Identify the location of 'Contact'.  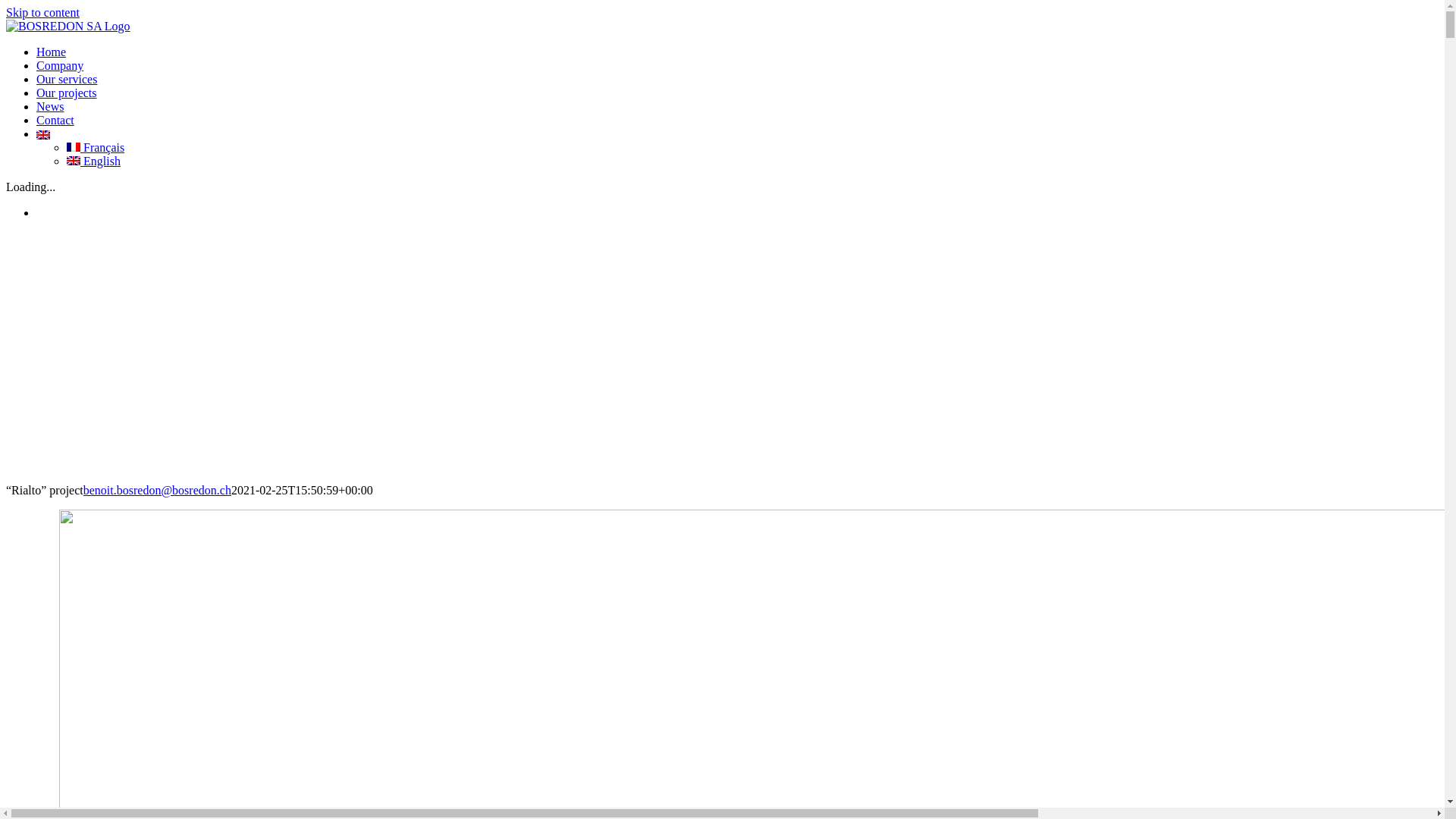
(55, 119).